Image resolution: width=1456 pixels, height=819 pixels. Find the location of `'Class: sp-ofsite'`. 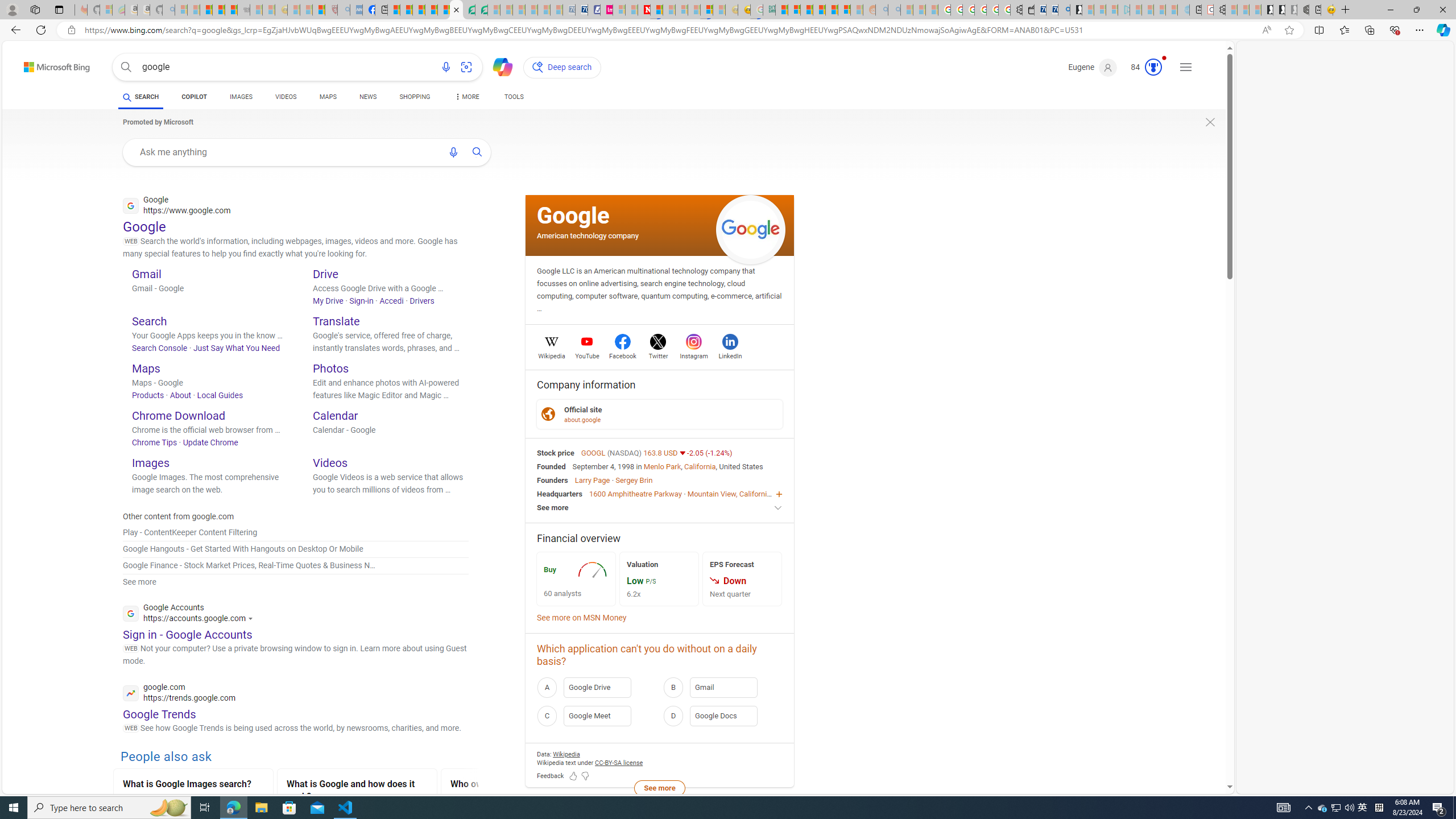

'Class: sp-ofsite' is located at coordinates (547, 413).